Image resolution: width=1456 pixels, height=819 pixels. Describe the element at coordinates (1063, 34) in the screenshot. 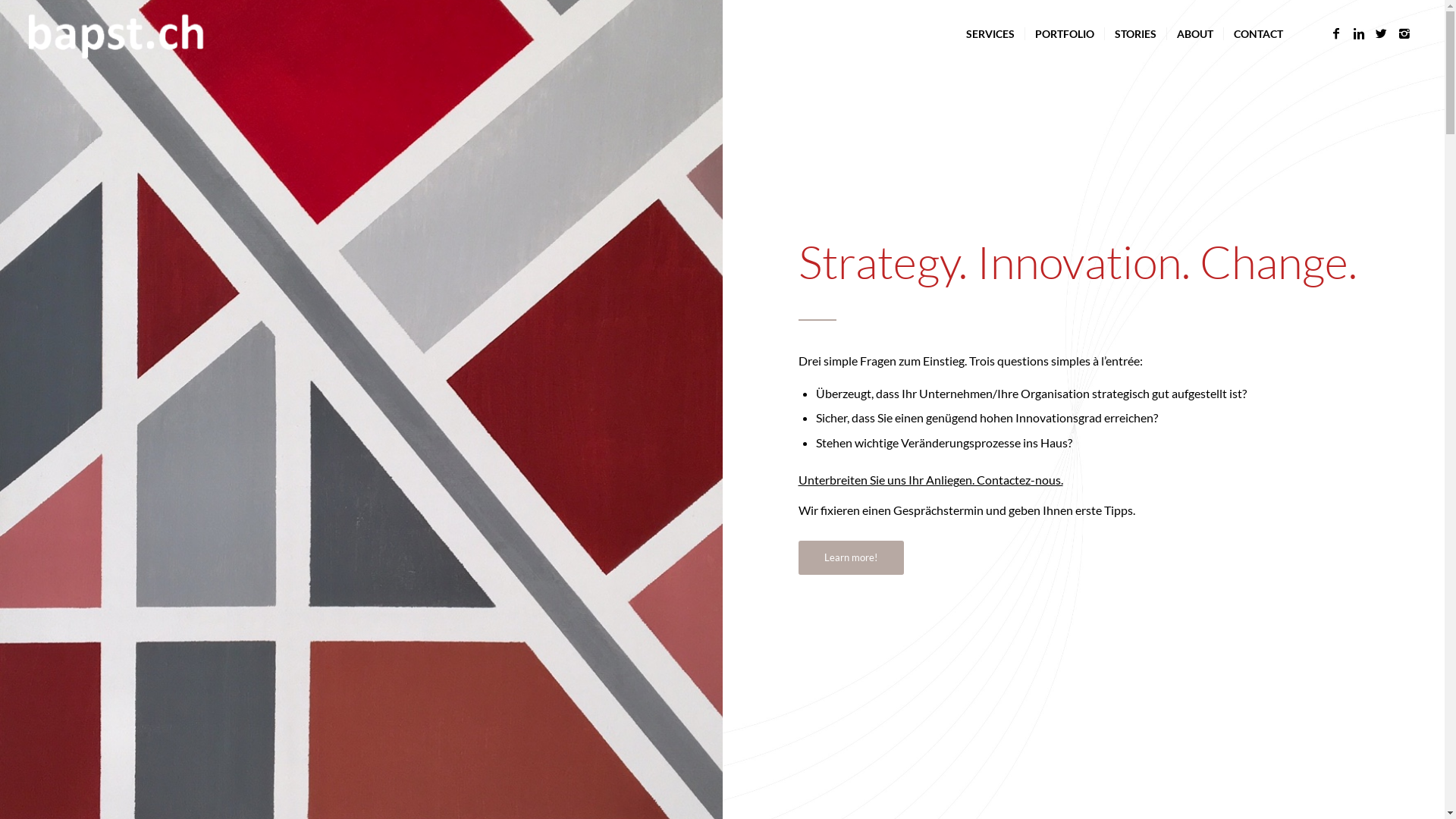

I see `'PORTFOLIO'` at that location.